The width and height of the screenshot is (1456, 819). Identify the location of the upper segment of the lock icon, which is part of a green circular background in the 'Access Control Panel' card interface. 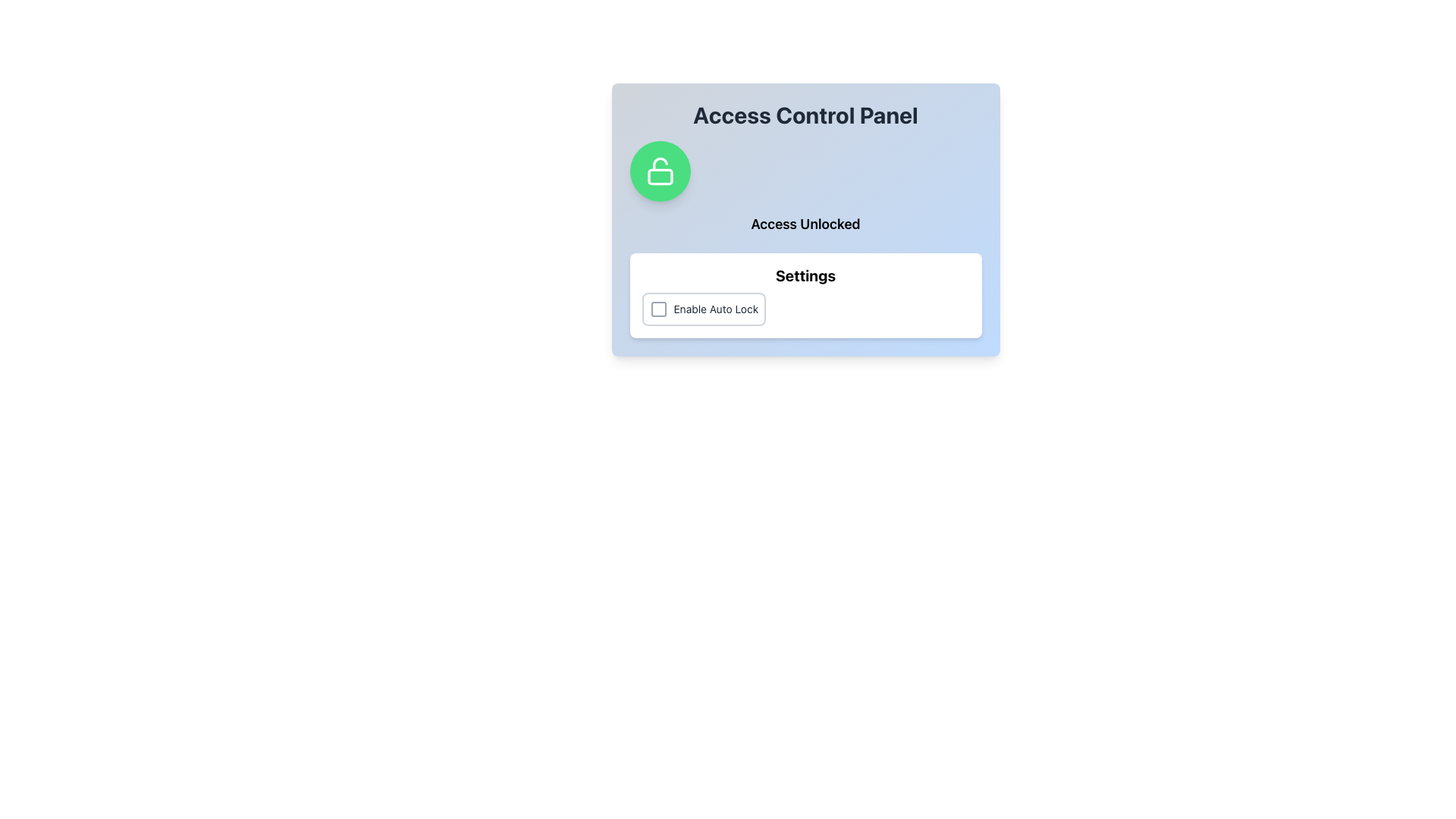
(660, 164).